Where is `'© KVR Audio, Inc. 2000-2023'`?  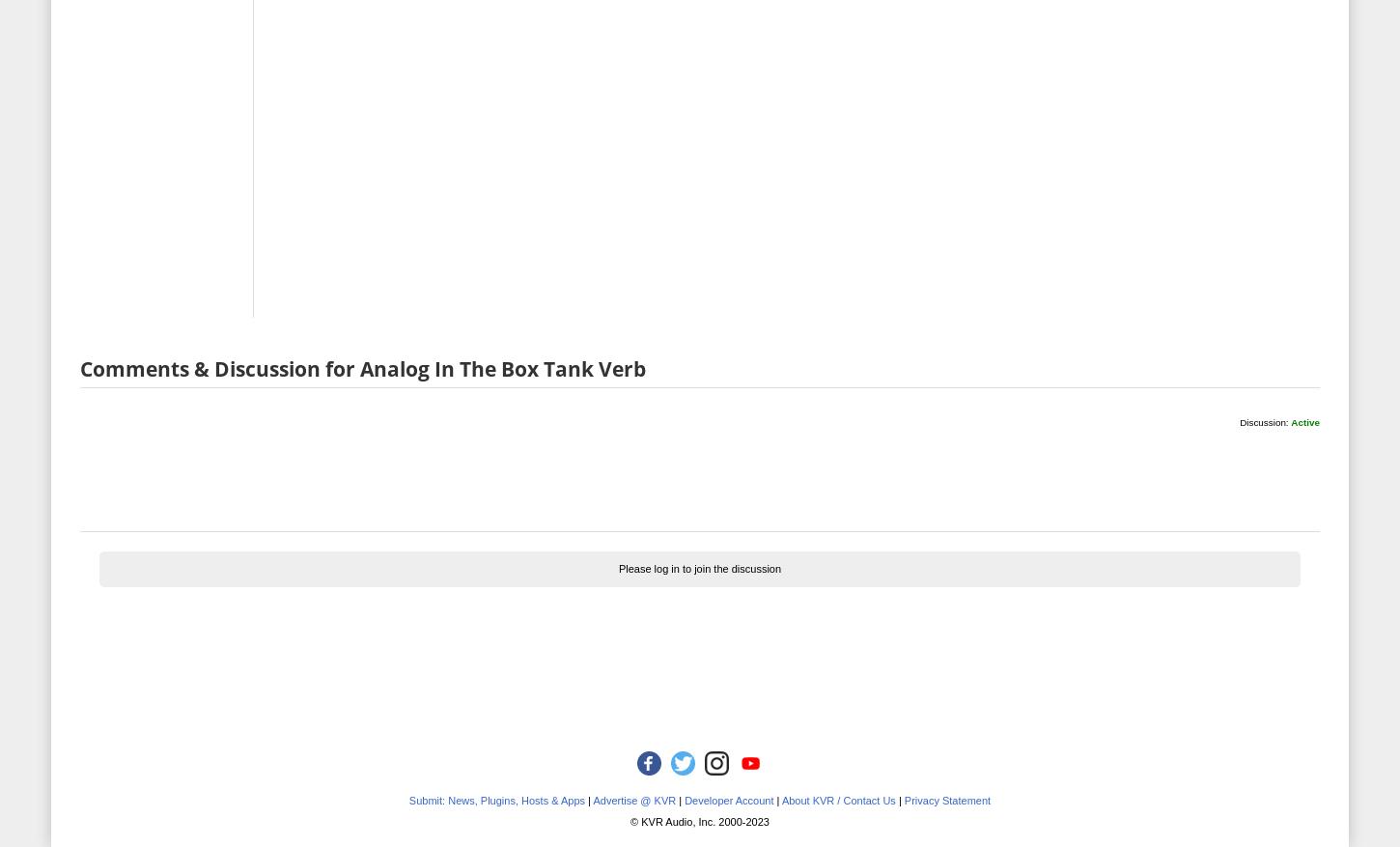
'© KVR Audio, Inc. 2000-2023' is located at coordinates (698, 820).